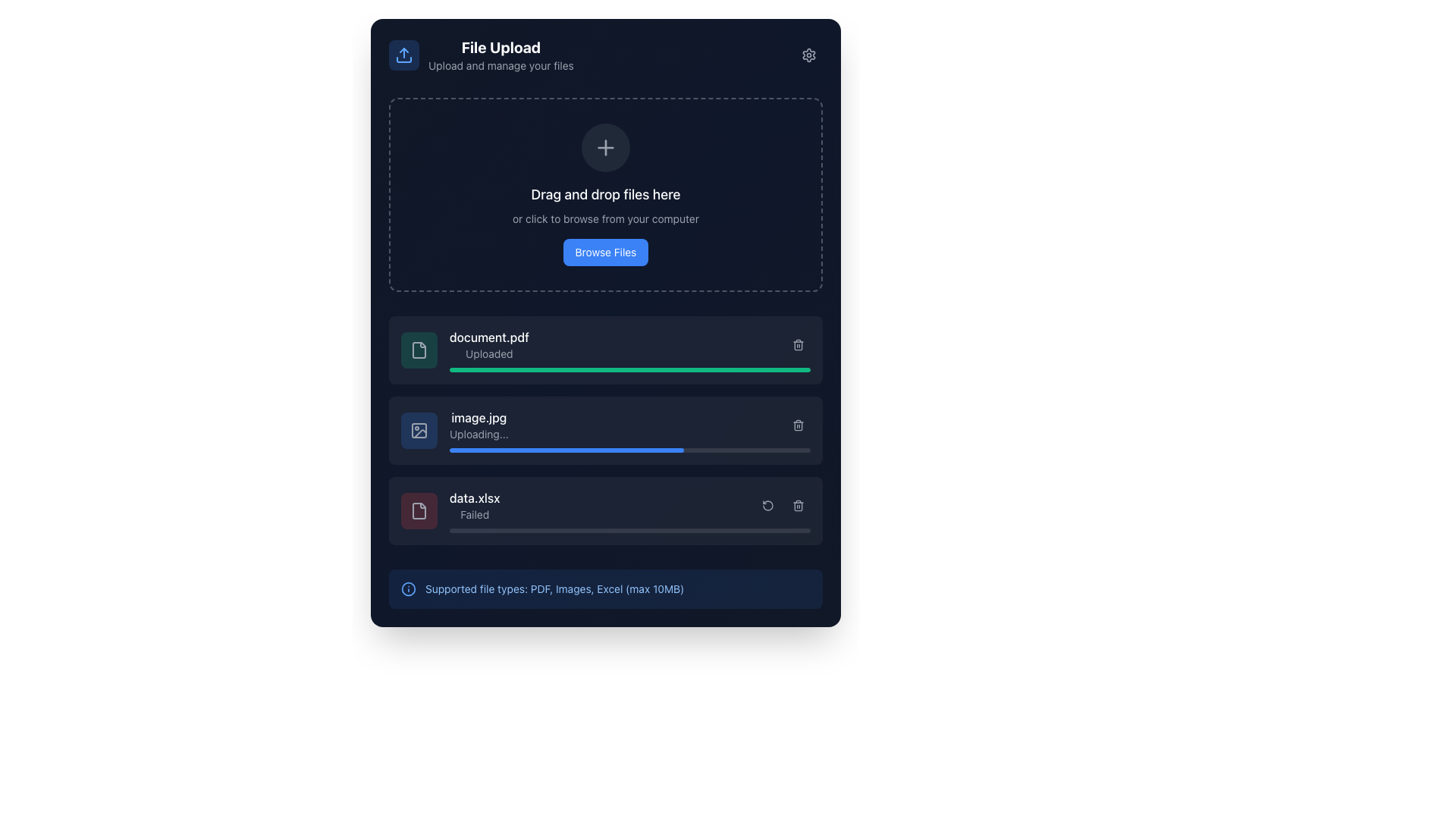  What do you see at coordinates (604, 588) in the screenshot?
I see `the informational text display that indicates supported file types and maximum file size, which is styled with a blue background and smaller lighter blue font, located at the bottom of the file upload interface` at bounding box center [604, 588].